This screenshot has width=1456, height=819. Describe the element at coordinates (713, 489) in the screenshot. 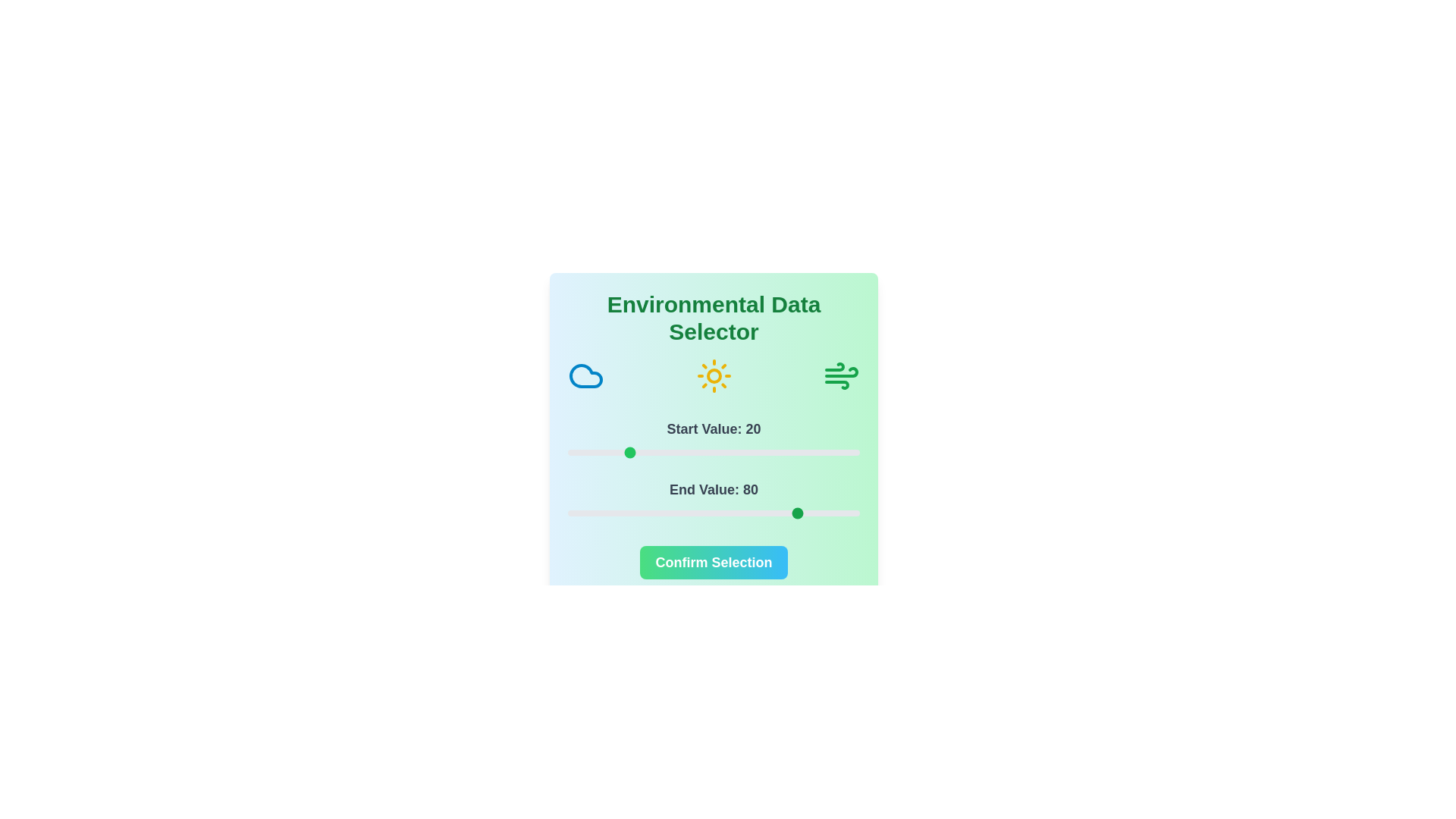

I see `the text label displaying 'End Value: 80', which is bold and large, with a grayish hue, located below 'Start Value: 20' and above a horizontal slider` at that location.